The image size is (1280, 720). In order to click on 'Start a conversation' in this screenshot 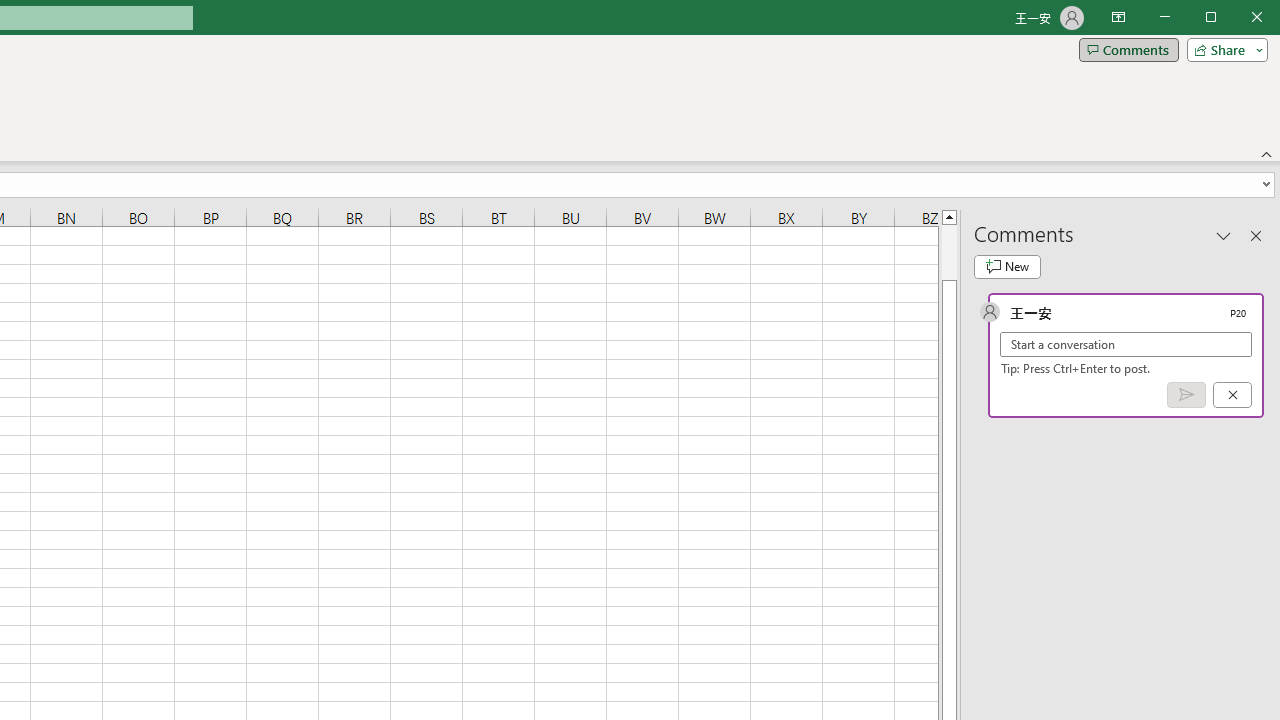, I will do `click(1126, 343)`.